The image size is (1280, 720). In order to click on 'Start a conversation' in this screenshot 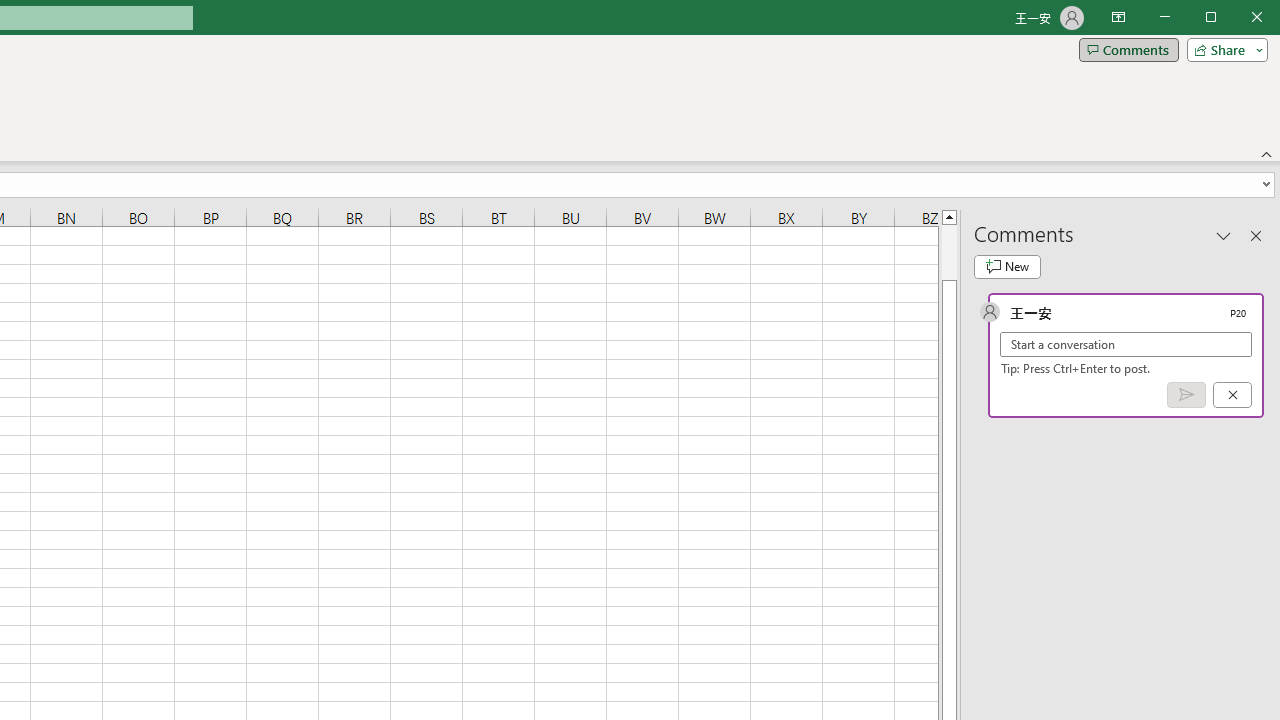, I will do `click(1126, 343)`.